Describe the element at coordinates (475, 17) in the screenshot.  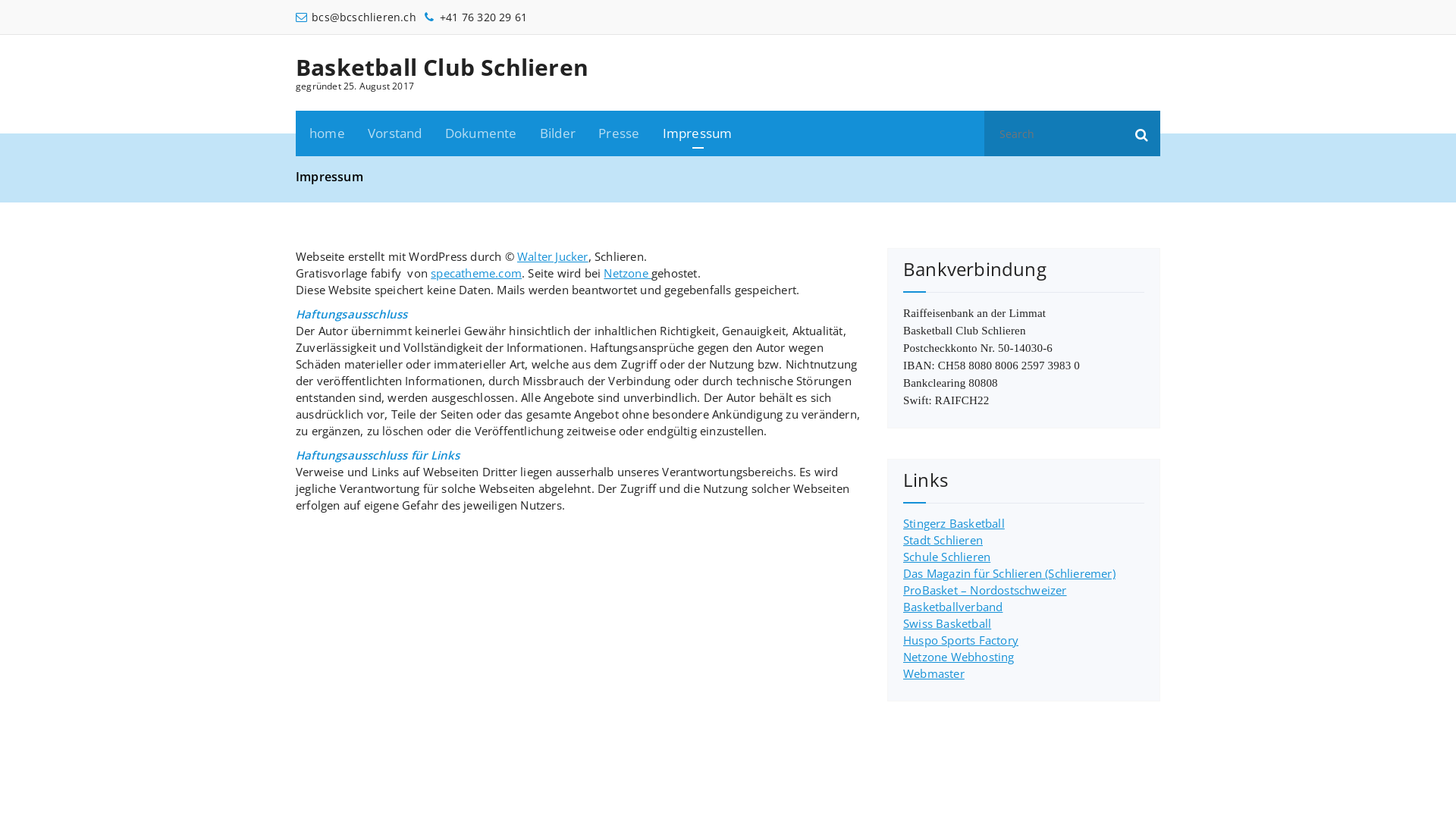
I see `'+41 76 320 29 61'` at that location.